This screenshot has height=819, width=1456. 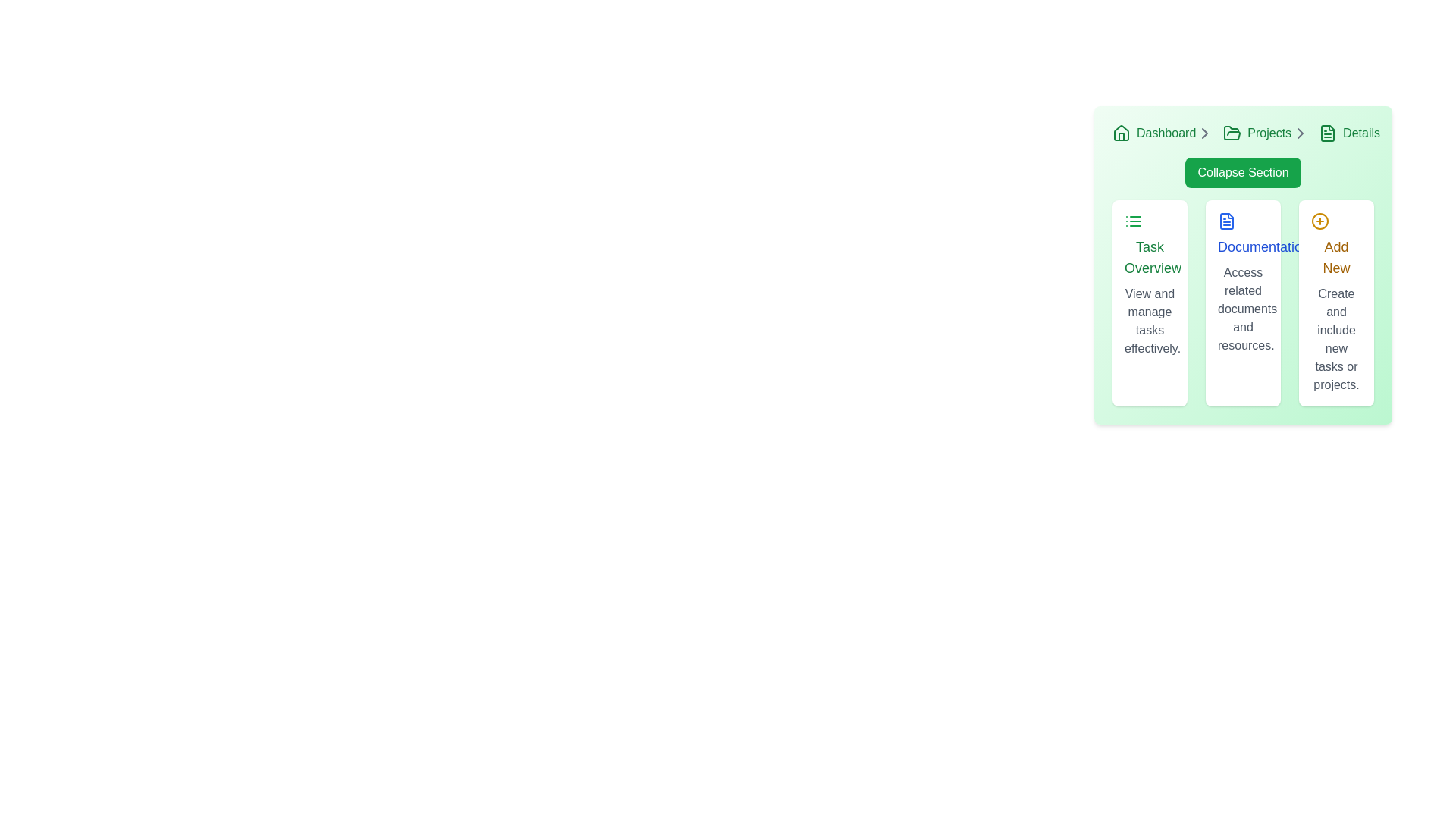 I want to click on the informational card in the middle column of the three-column layout beneath the 'Collapse Section' button, so click(x=1243, y=265).